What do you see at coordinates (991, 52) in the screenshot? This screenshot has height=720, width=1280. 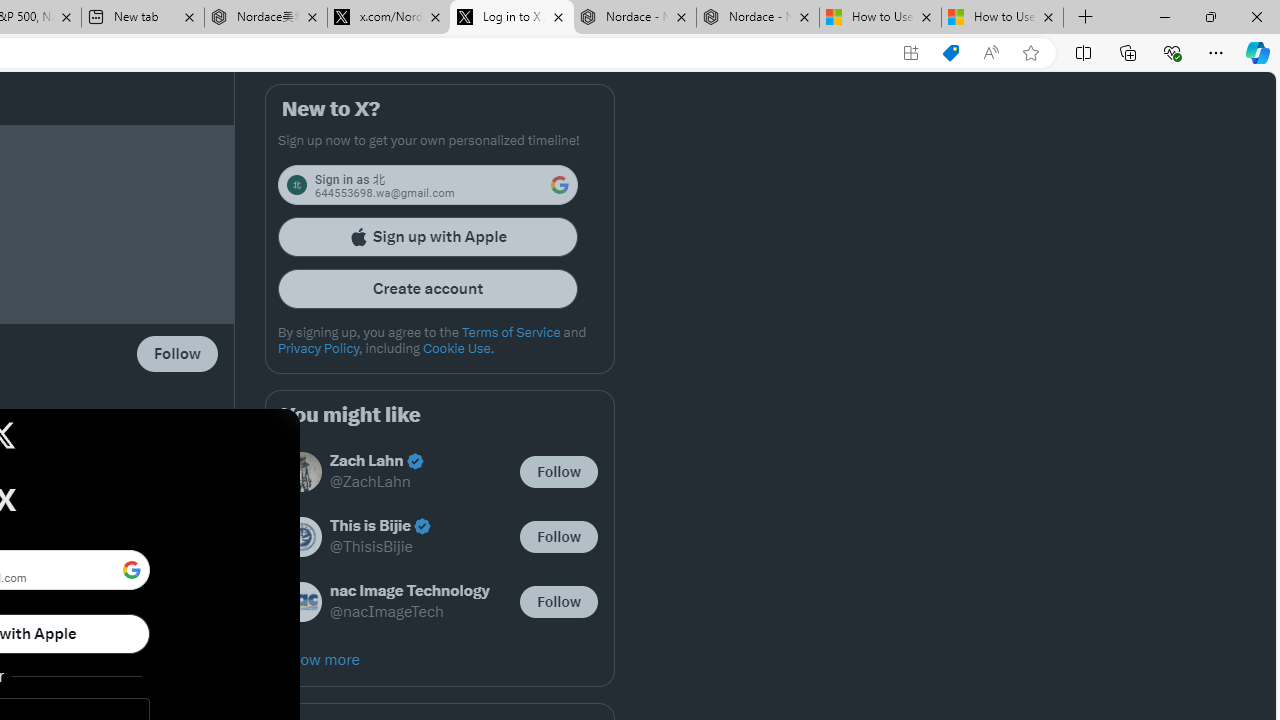 I see `'Read aloud this page (Ctrl+Shift+U)'` at bounding box center [991, 52].